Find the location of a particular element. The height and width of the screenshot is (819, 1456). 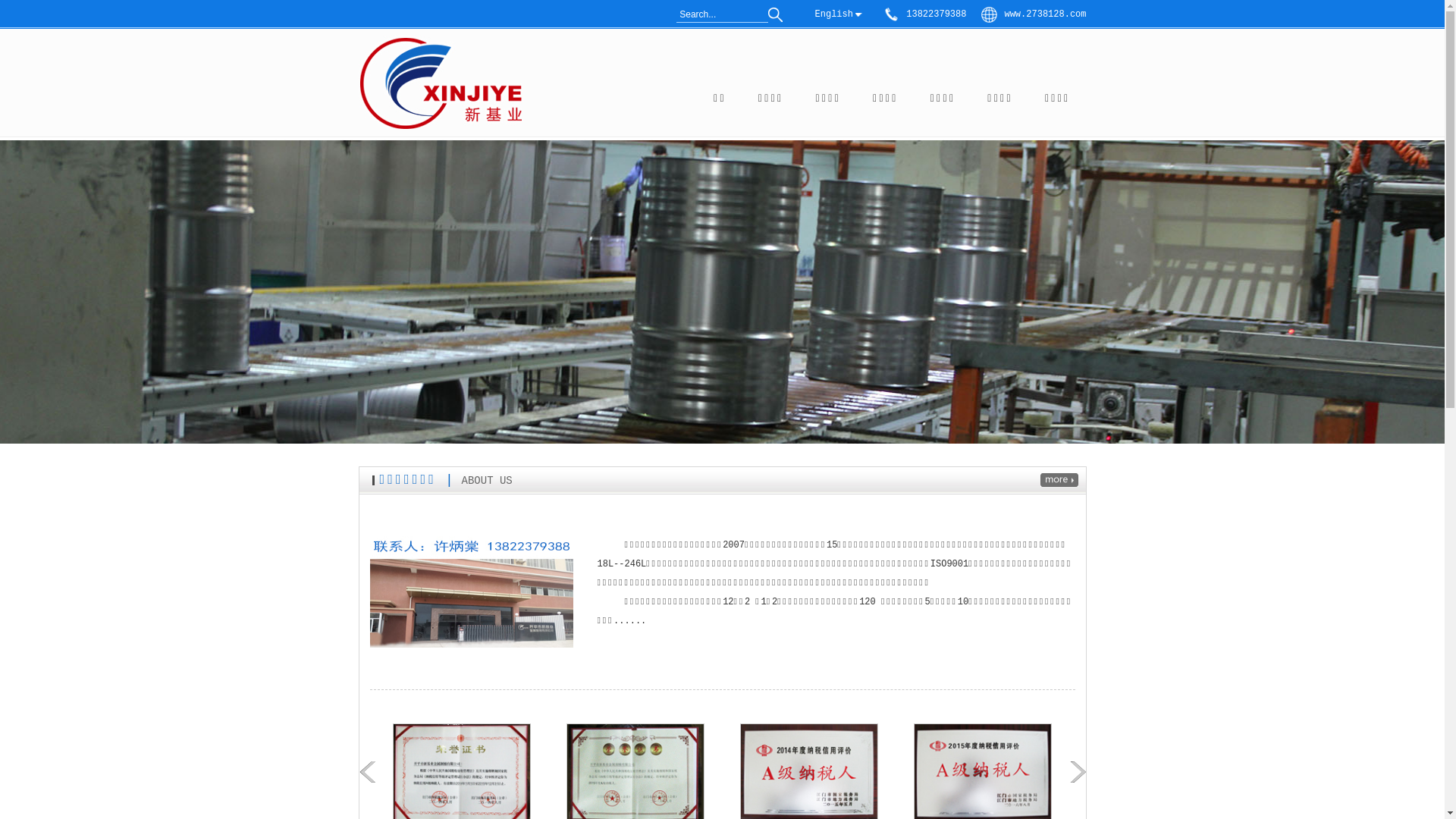

'English' is located at coordinates (833, 14).